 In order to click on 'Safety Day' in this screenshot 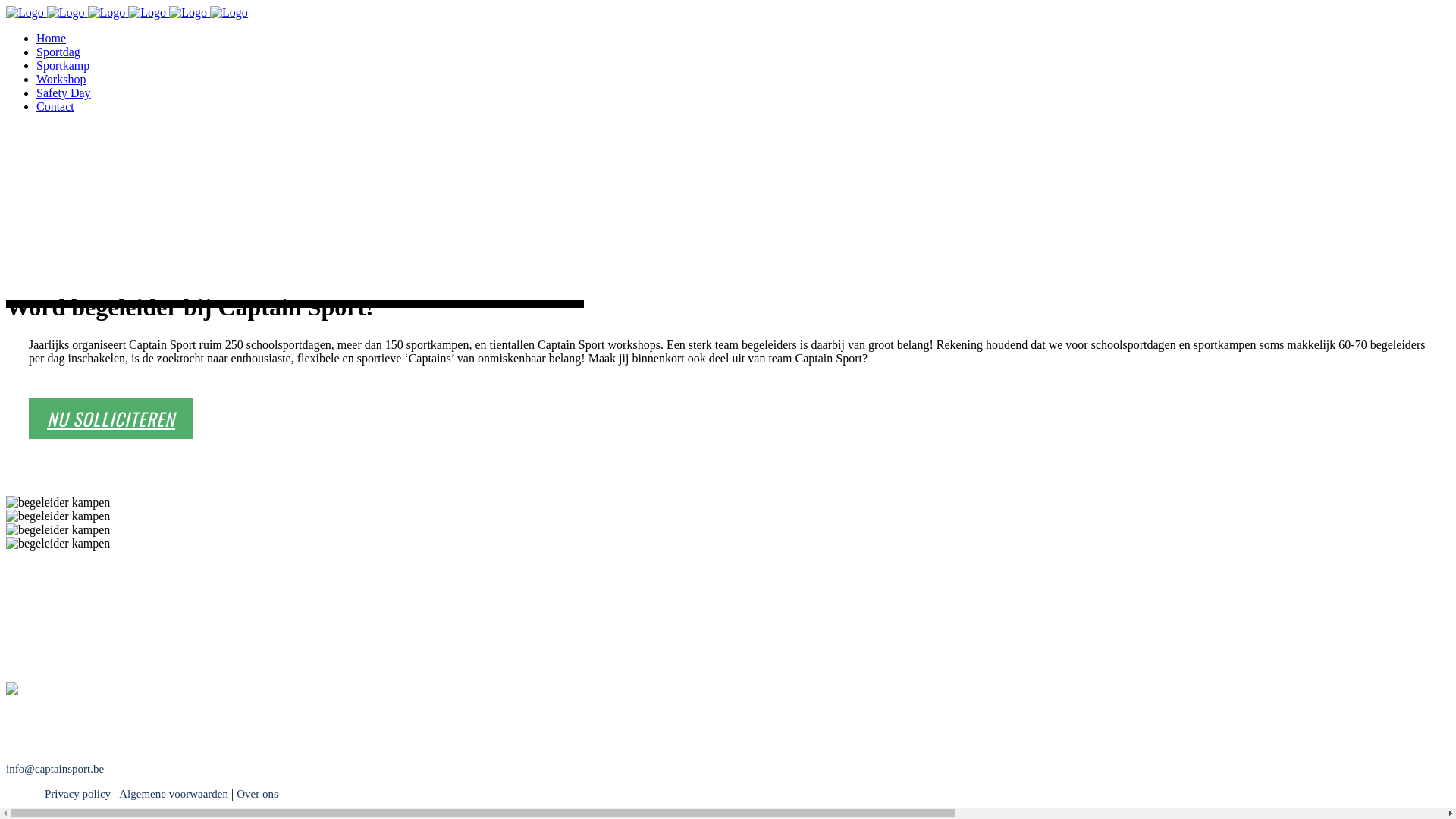, I will do `click(36, 93)`.